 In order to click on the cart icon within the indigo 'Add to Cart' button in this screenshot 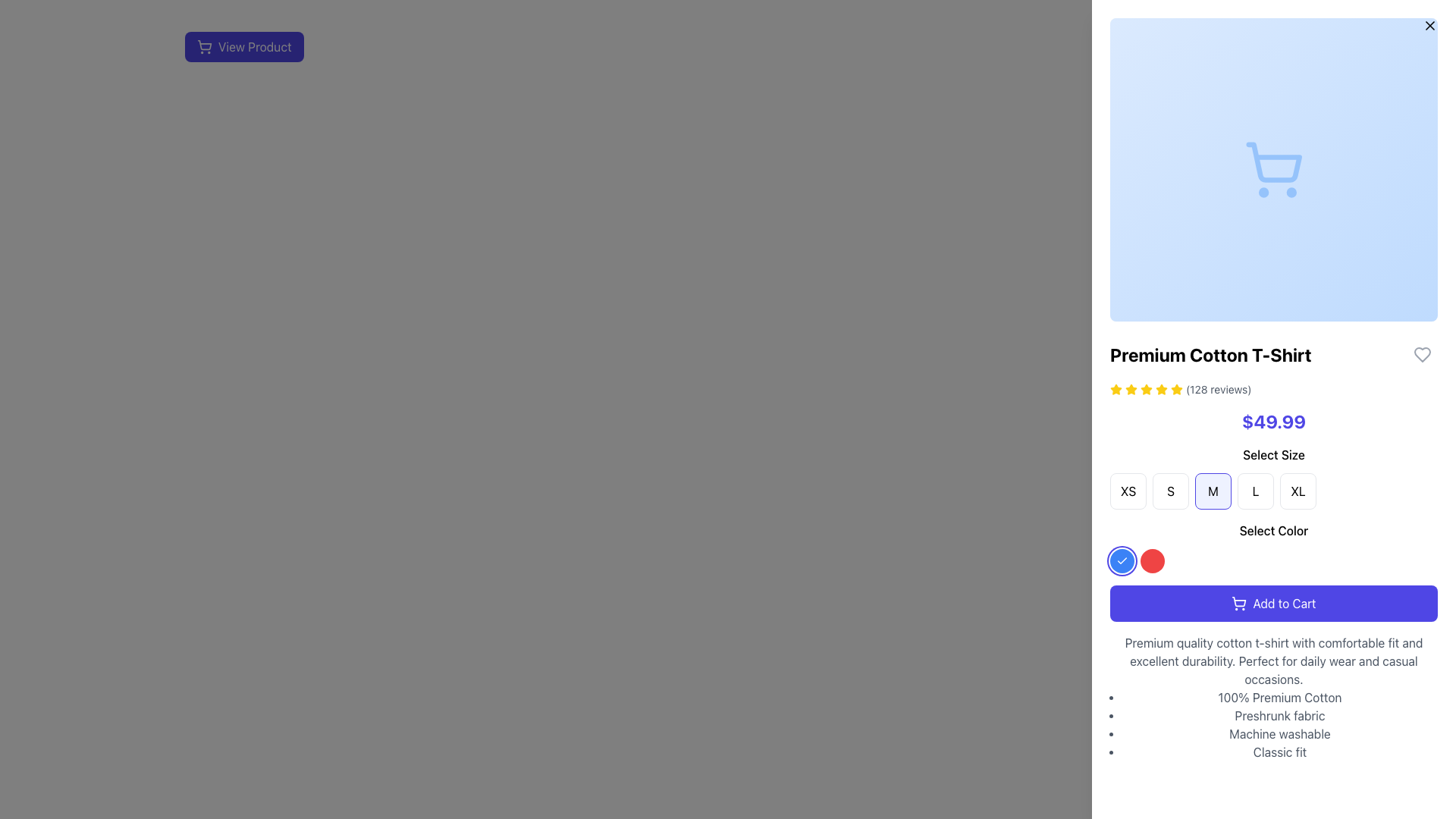, I will do `click(1239, 602)`.